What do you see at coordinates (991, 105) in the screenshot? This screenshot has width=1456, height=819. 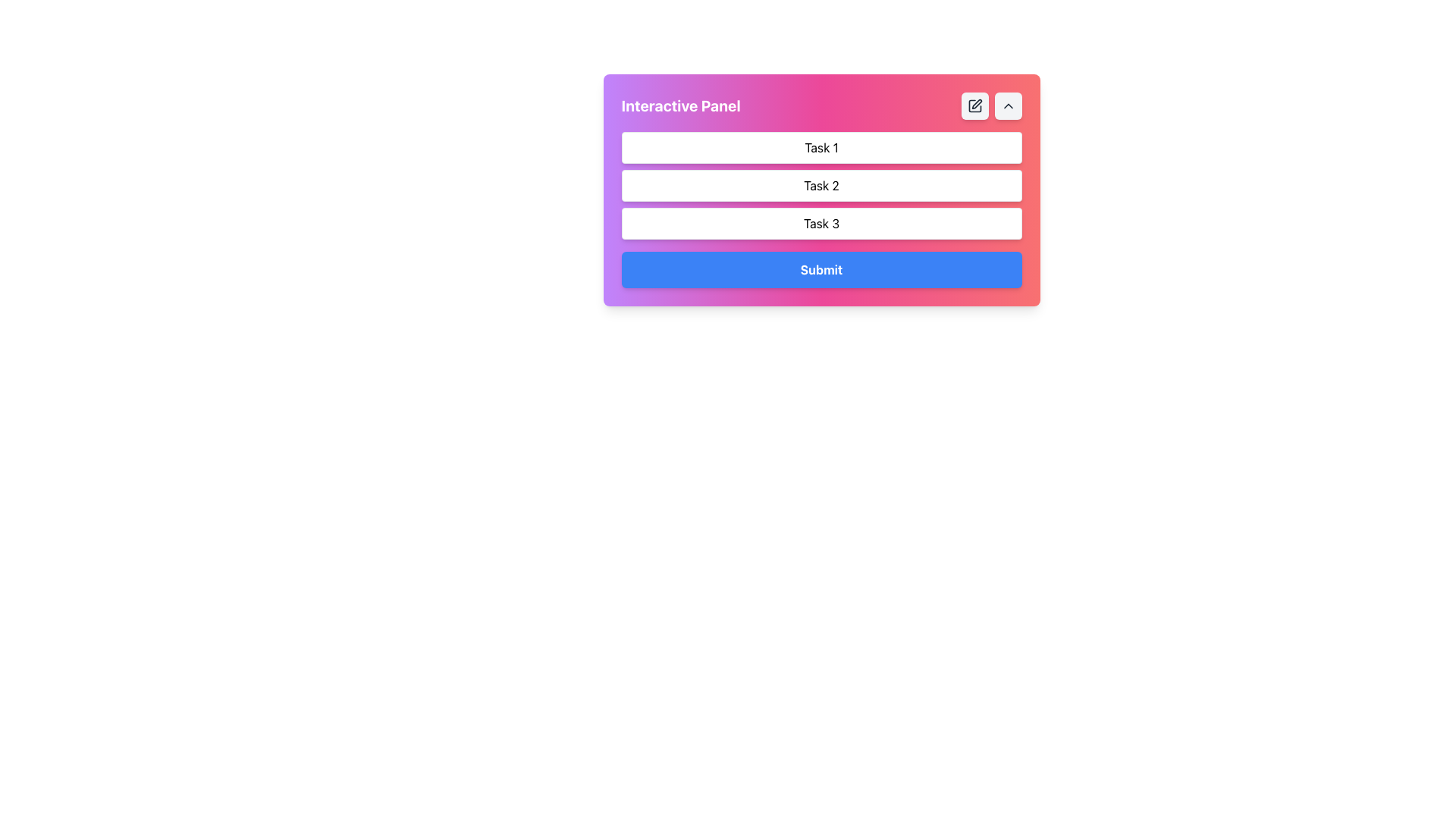 I see `the left icon of the horizontally aligned group of icon buttons located in the top-right corner of the 'Interactive Panel' header` at bounding box center [991, 105].